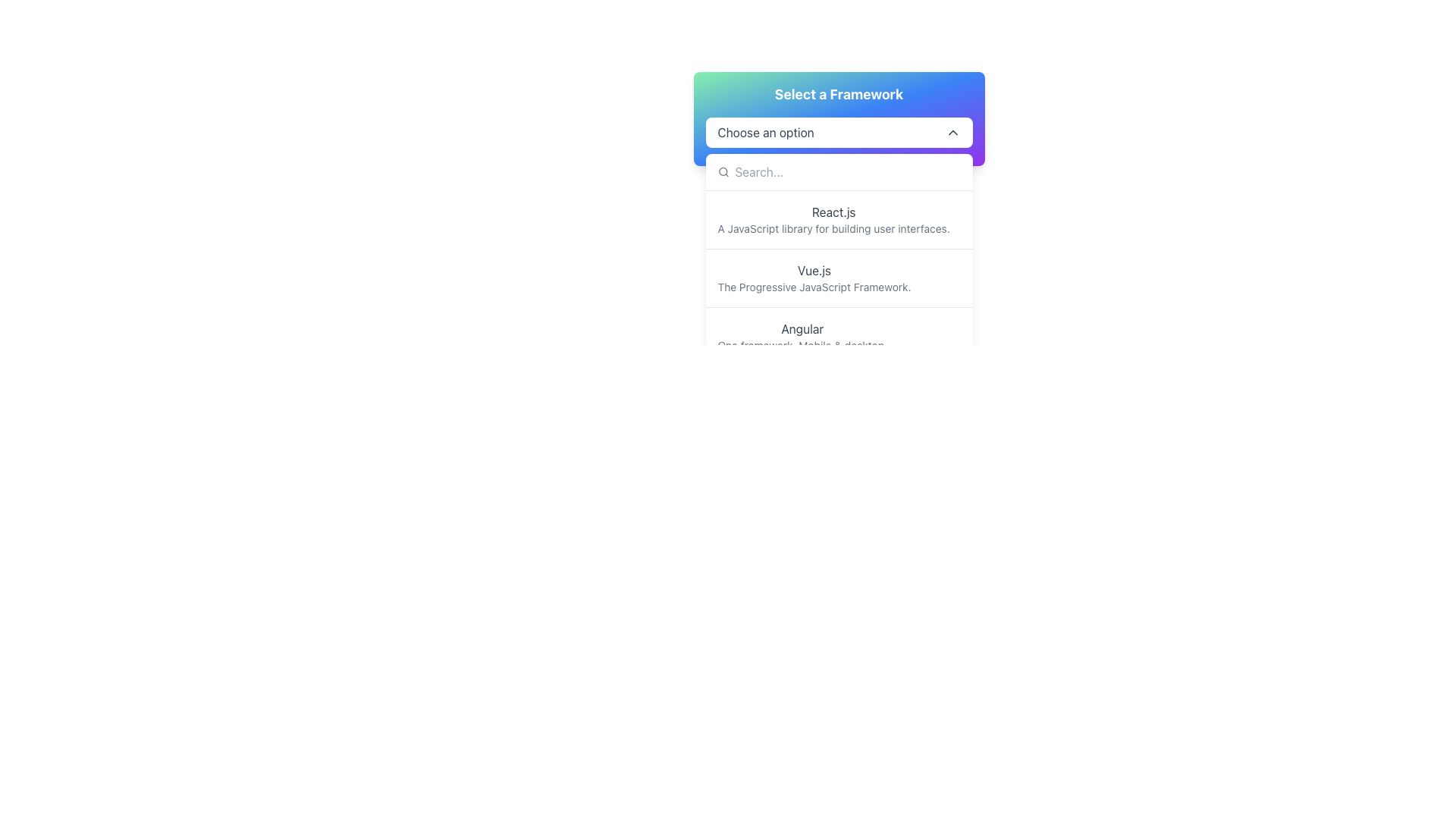  Describe the element at coordinates (838, 171) in the screenshot. I see `the input field of the Search bar, which is located below the 'Select a Framework' dropdown box, to focus and start typing` at that location.